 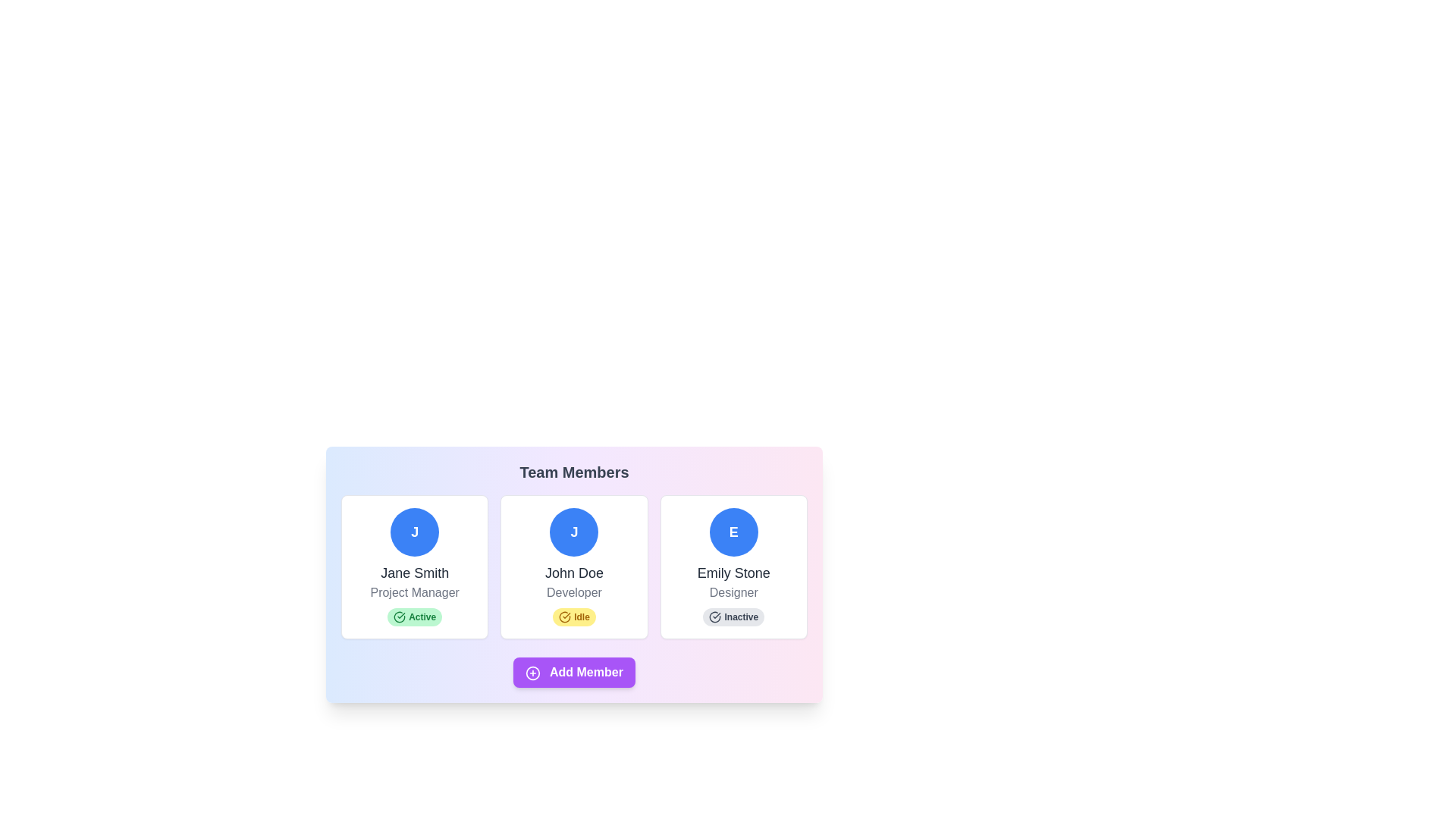 I want to click on the distinct purple button located at the bottom center of the 'Team Members' panel to visualize its hover state, so click(x=573, y=672).